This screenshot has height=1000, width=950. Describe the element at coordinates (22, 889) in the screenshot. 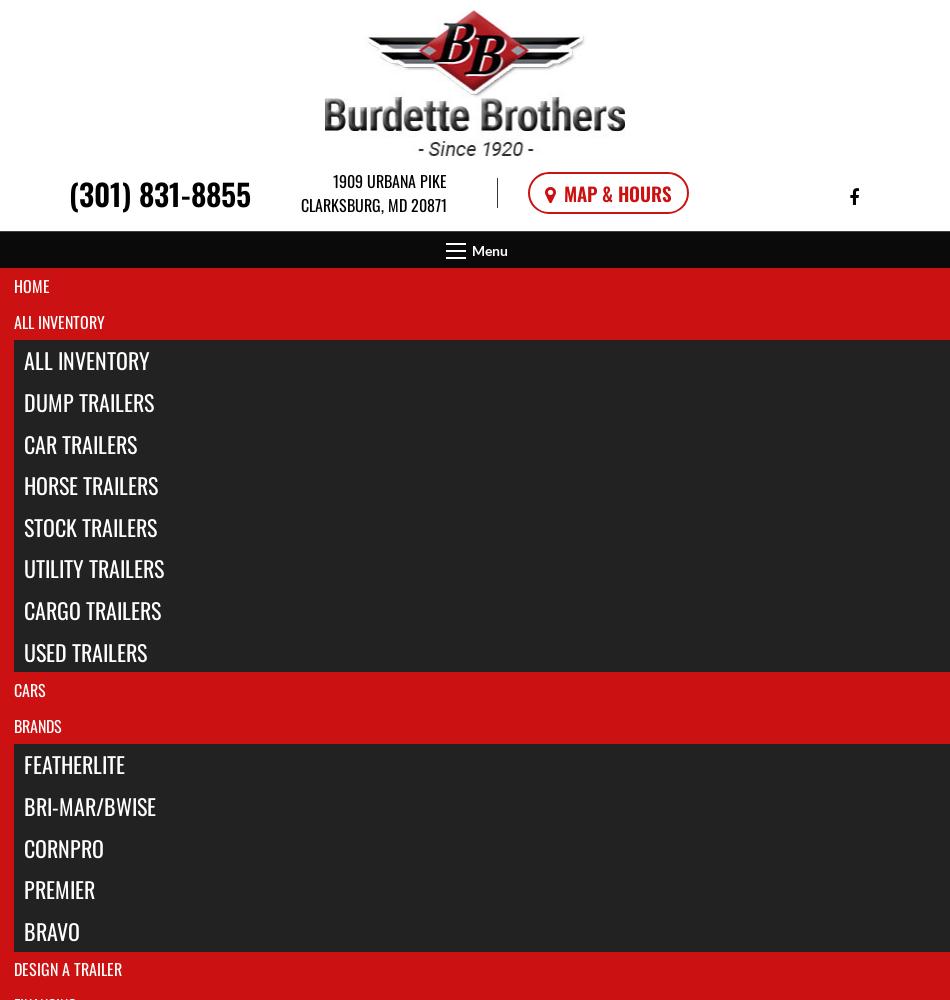

I see `'Premier'` at that location.